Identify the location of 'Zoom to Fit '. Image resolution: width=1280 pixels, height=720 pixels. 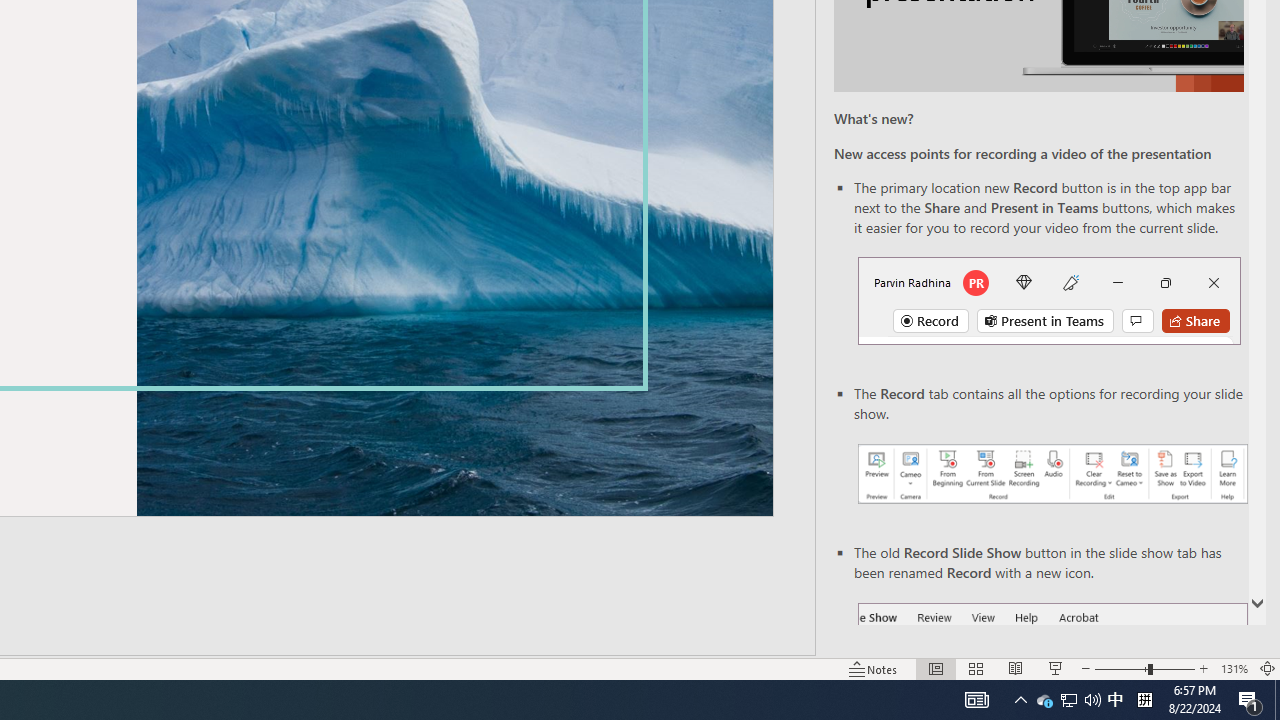
(1266, 669).